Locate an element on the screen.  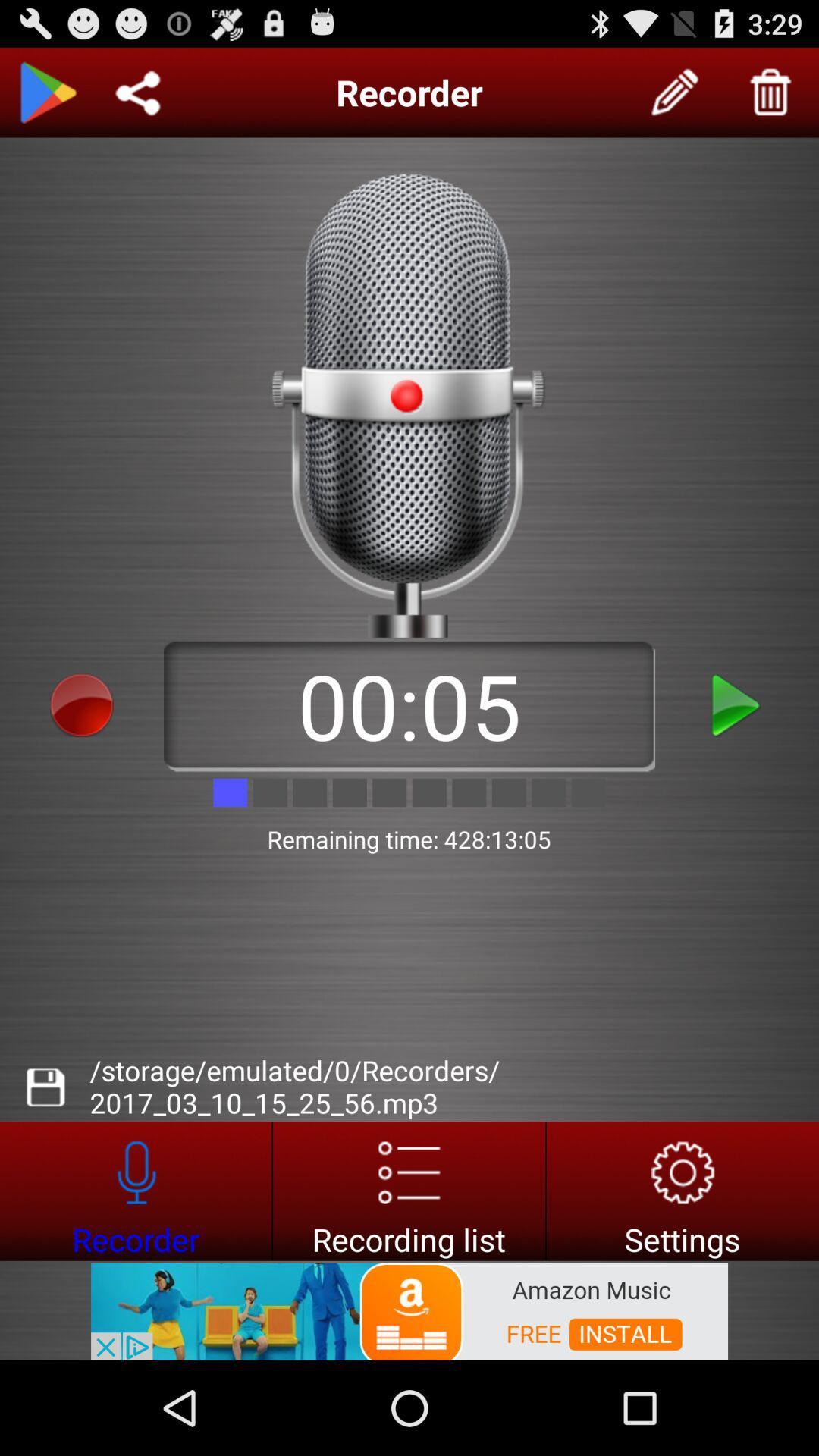
delete recording is located at coordinates (771, 92).